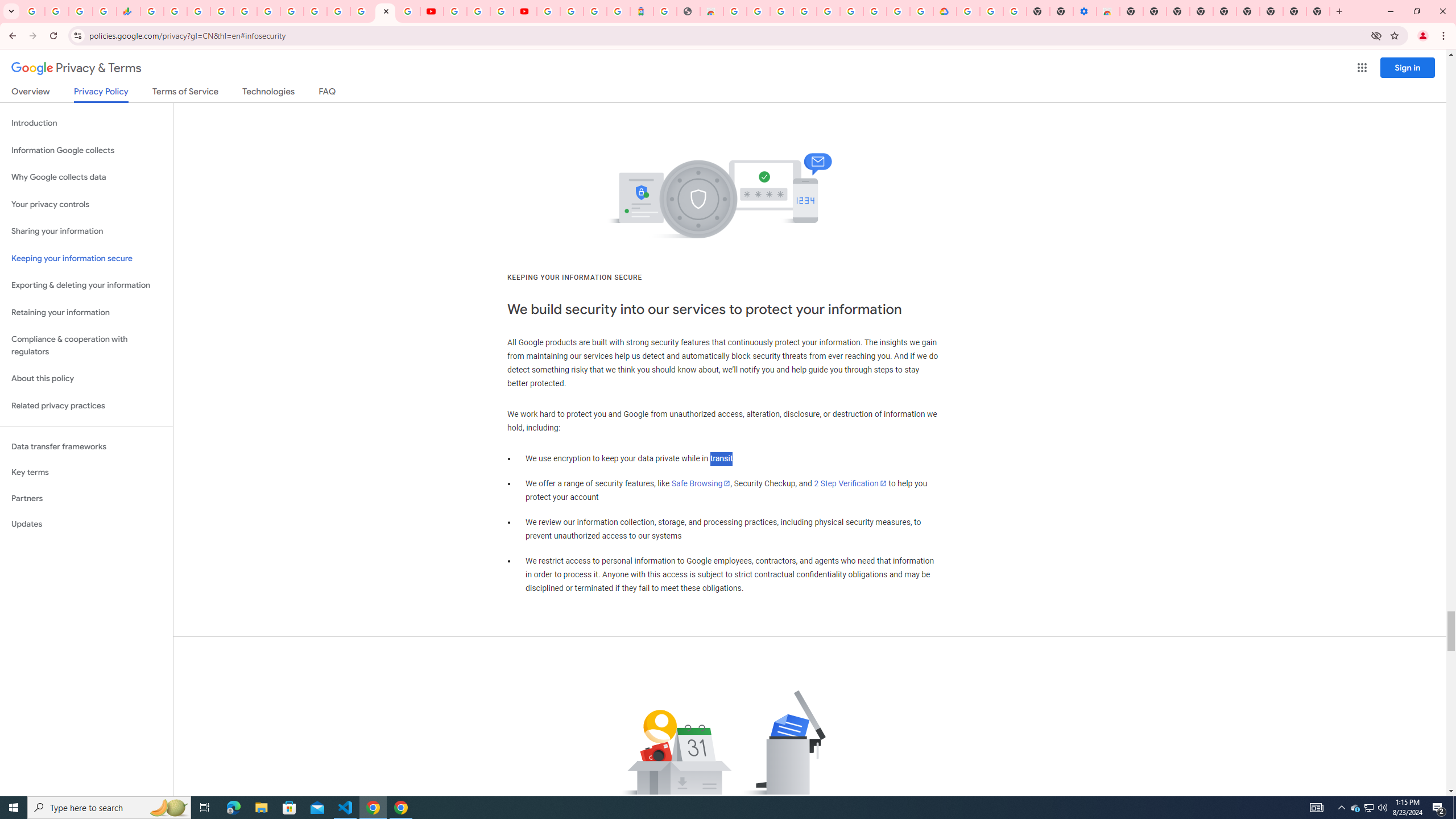 Image resolution: width=1456 pixels, height=819 pixels. Describe the element at coordinates (640, 11) in the screenshot. I see `'Atour Hotel - Google hotels'` at that location.